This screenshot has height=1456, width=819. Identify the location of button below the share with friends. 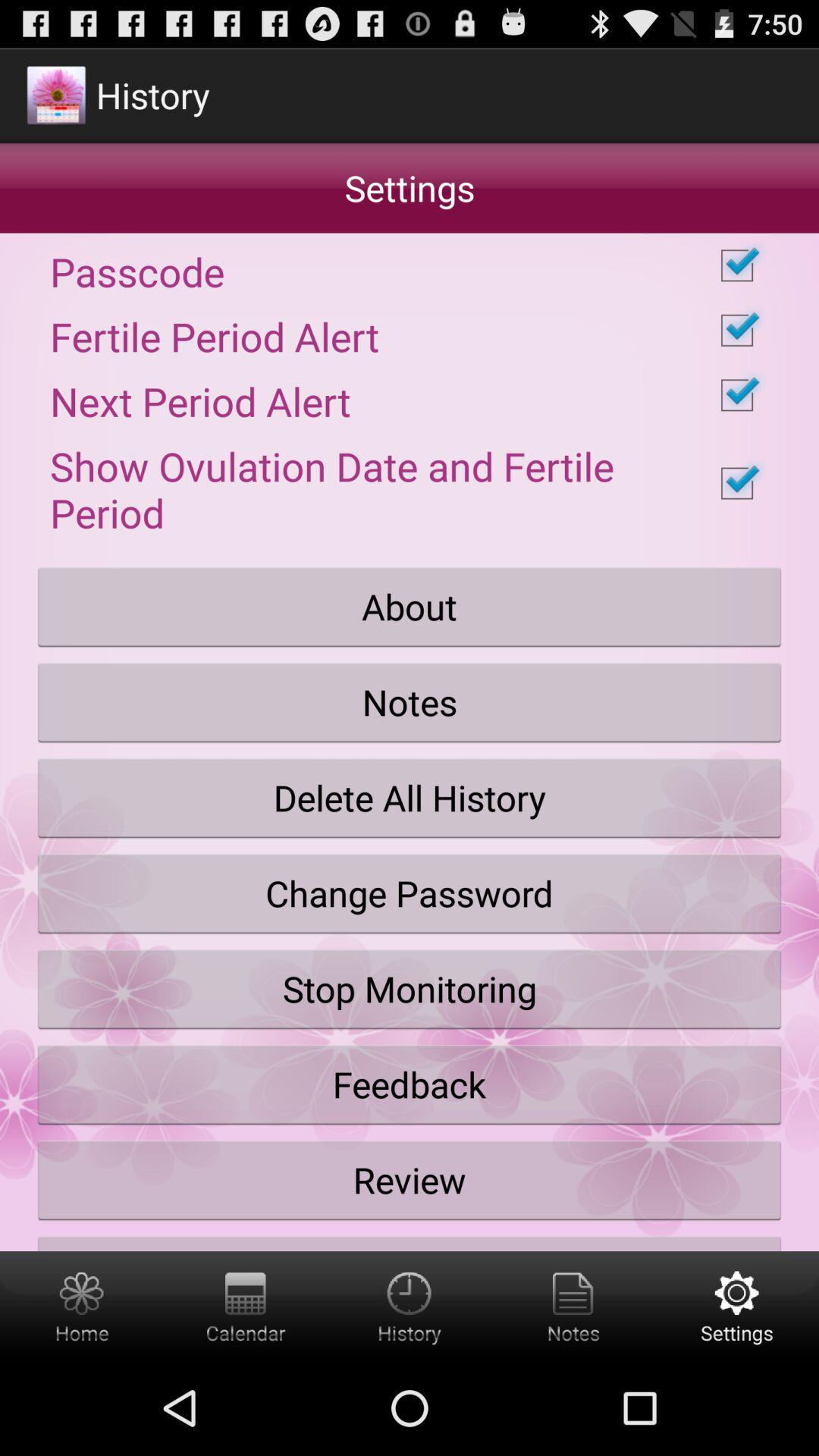
(736, 1305).